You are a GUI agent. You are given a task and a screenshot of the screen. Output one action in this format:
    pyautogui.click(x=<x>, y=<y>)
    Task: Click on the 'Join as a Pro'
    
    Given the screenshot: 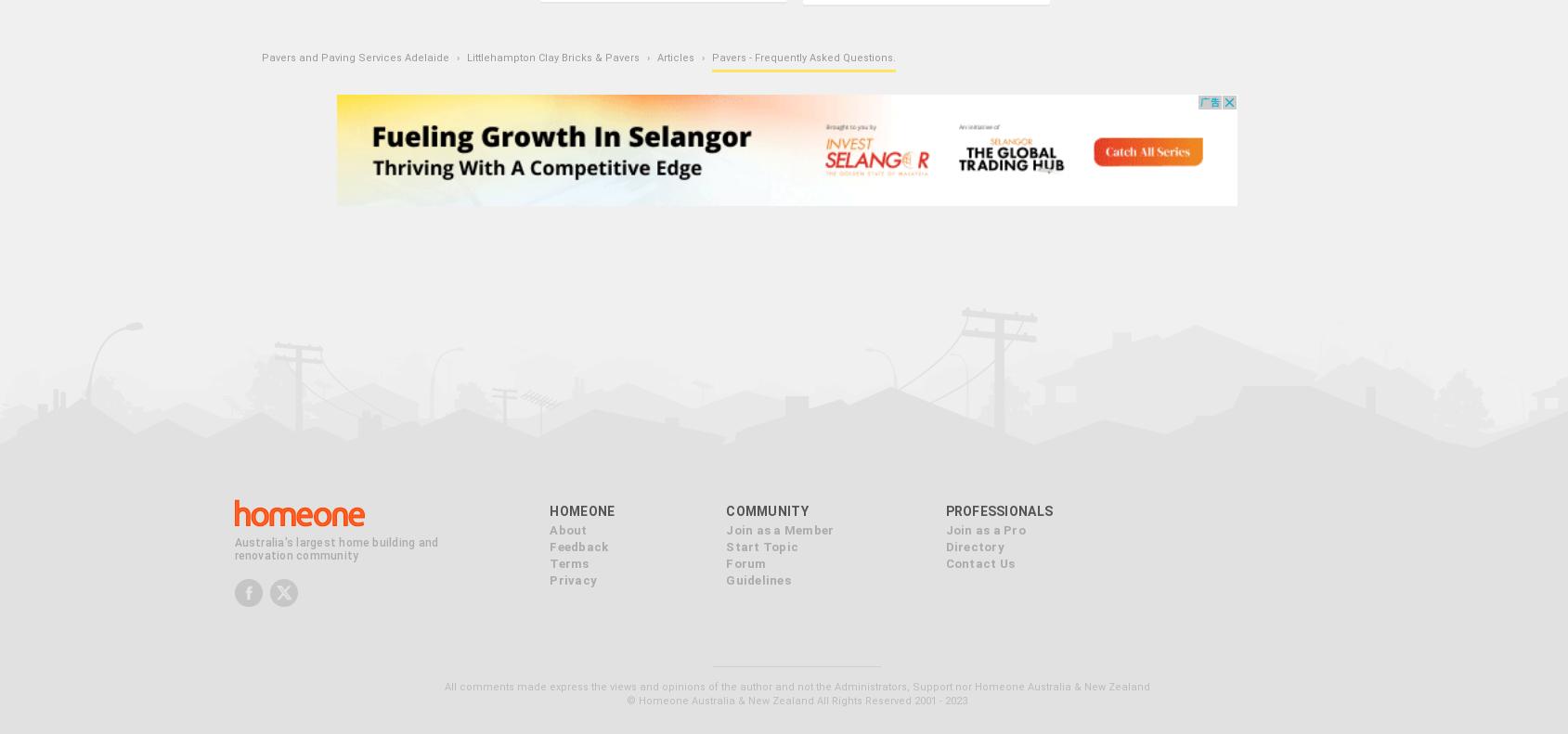 What is the action you would take?
    pyautogui.click(x=943, y=528)
    